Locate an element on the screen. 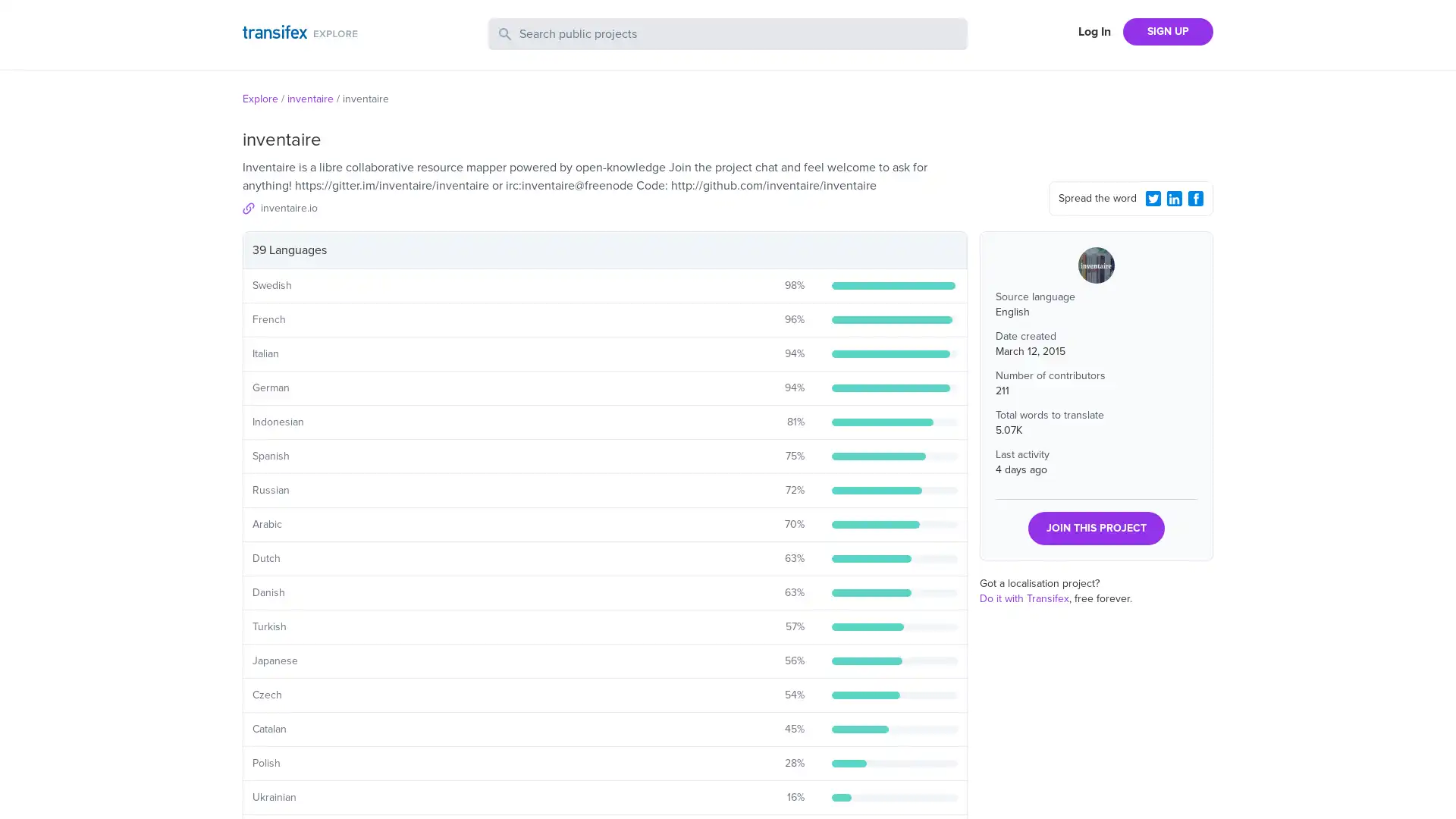 The image size is (1456, 819). Facebook Share is located at coordinates (1195, 198).